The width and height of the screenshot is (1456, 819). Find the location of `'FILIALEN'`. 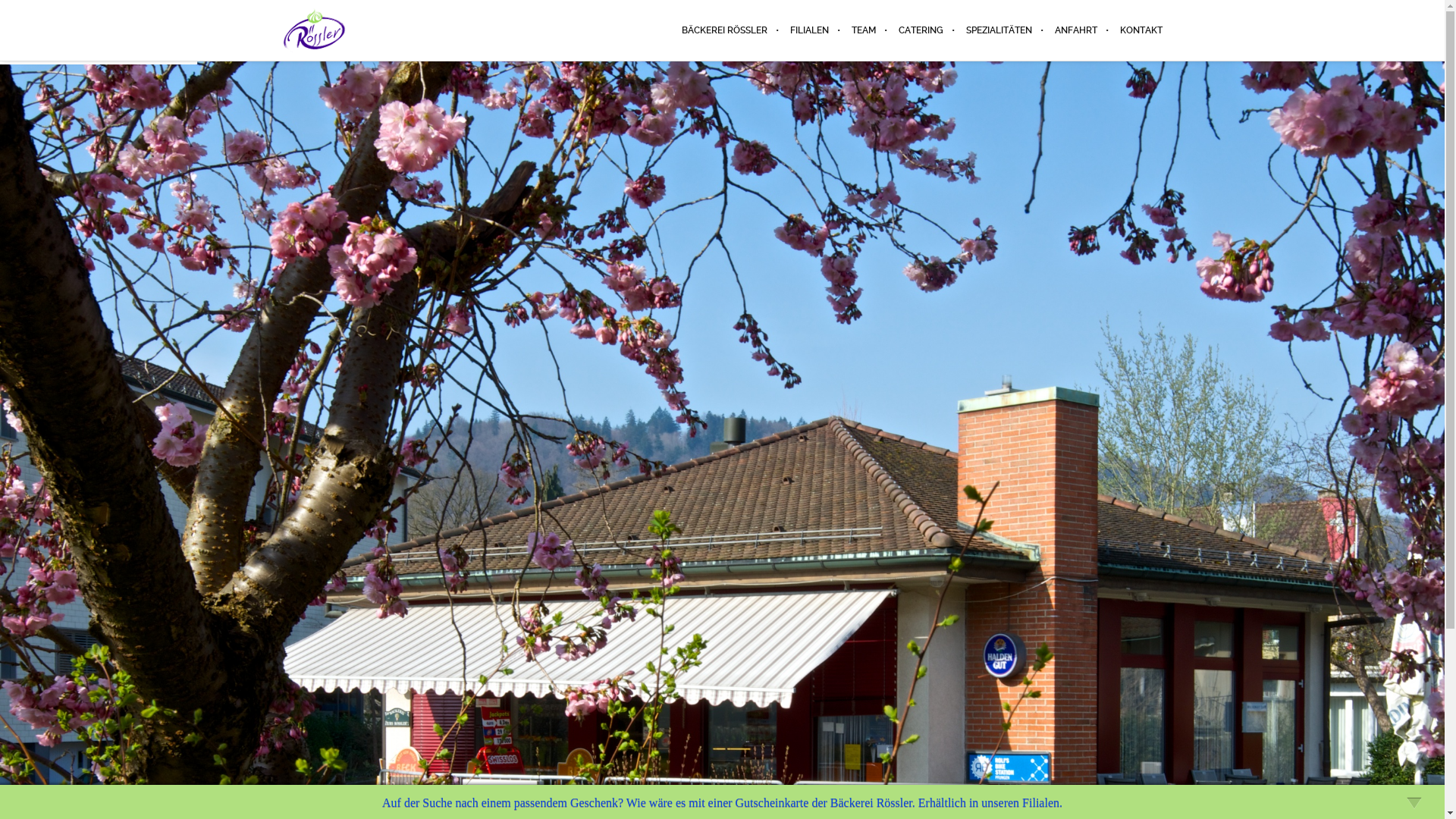

'FILIALEN' is located at coordinates (808, 30).